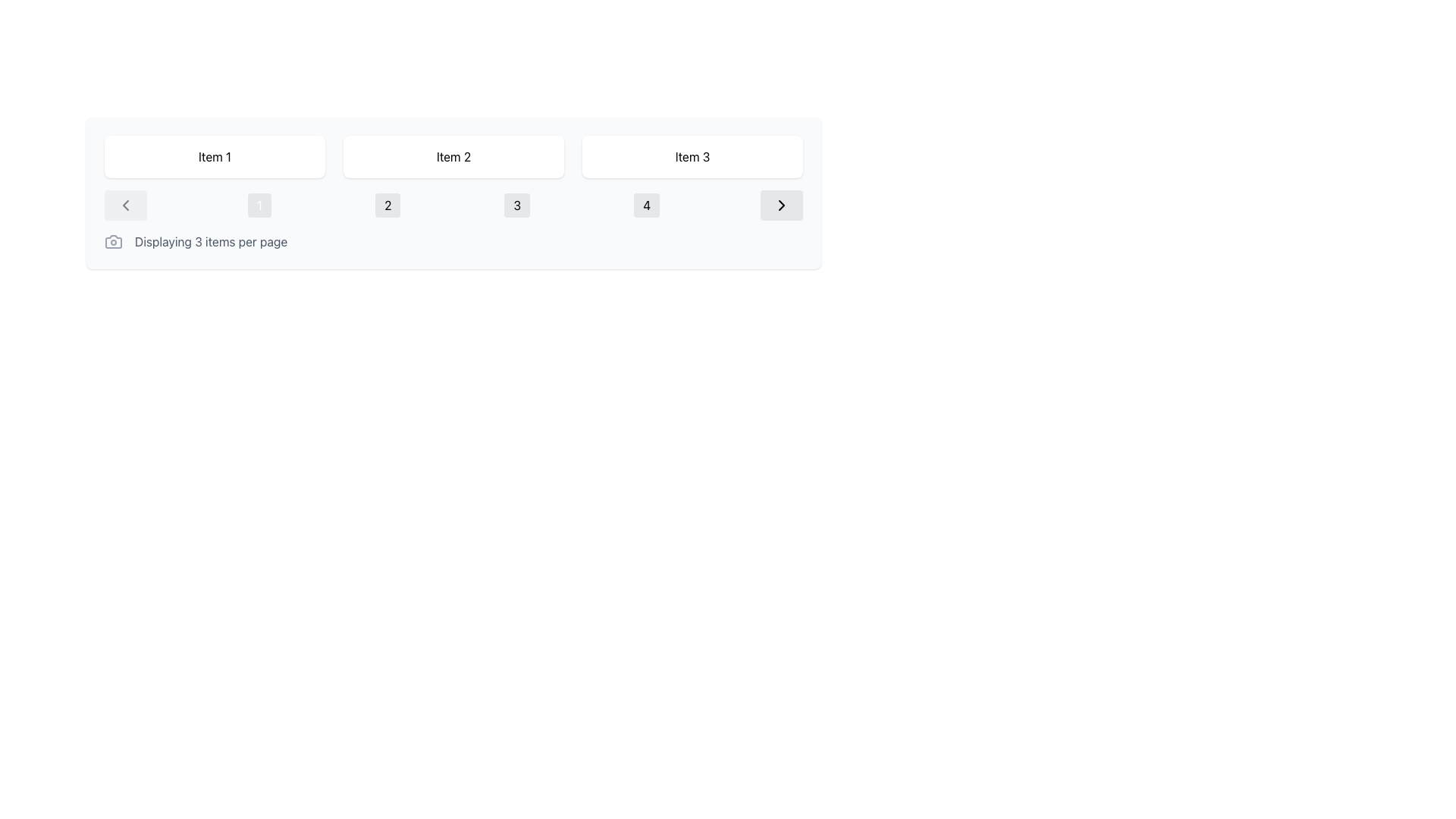 This screenshot has width=1456, height=819. What do you see at coordinates (782, 205) in the screenshot?
I see `the navigation arrow icon positioned to the far right of the pagination controls, which indicates the direction to navigate to the next set of items` at bounding box center [782, 205].